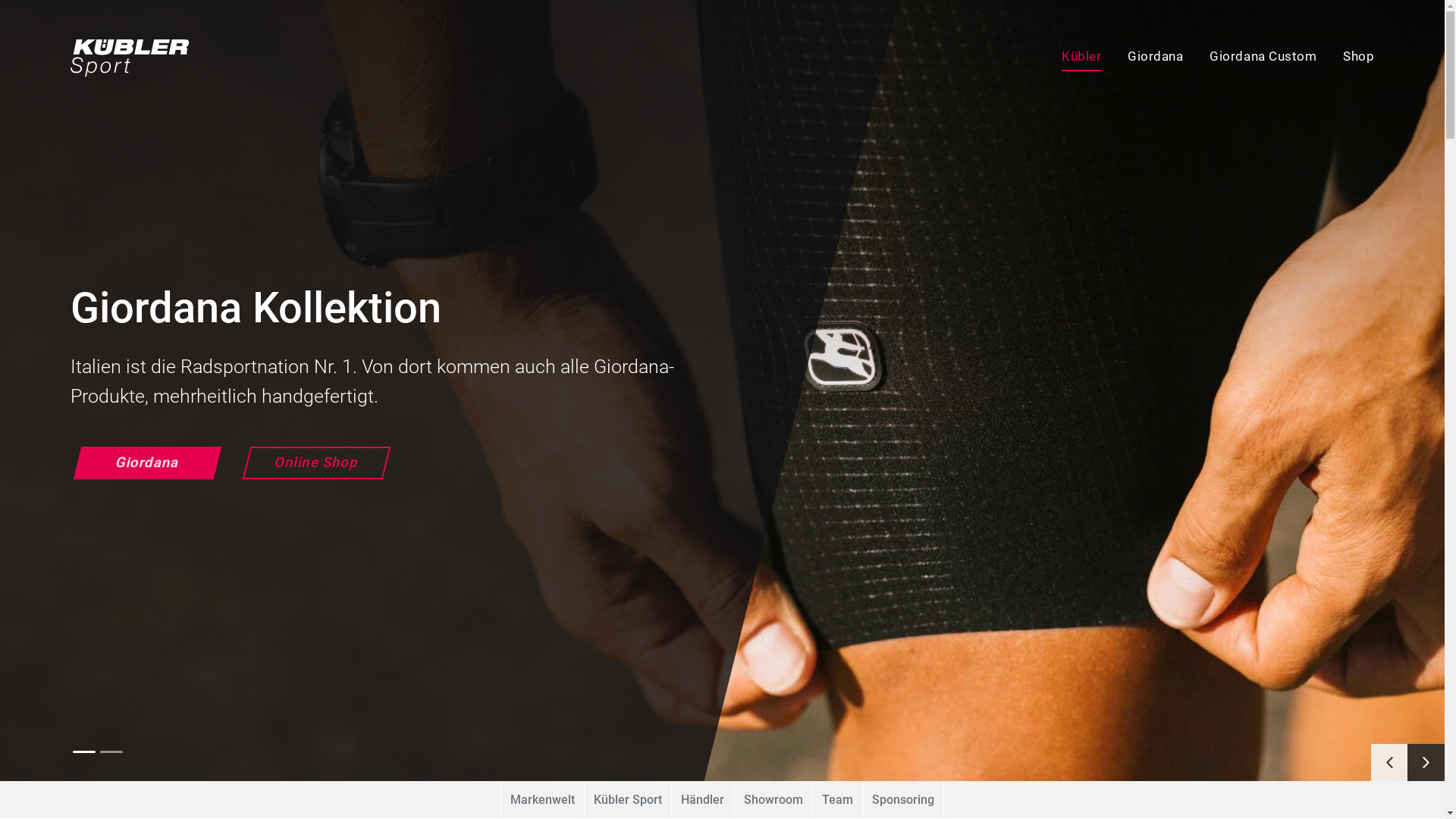  What do you see at coordinates (1425, 762) in the screenshot?
I see `'Next'` at bounding box center [1425, 762].